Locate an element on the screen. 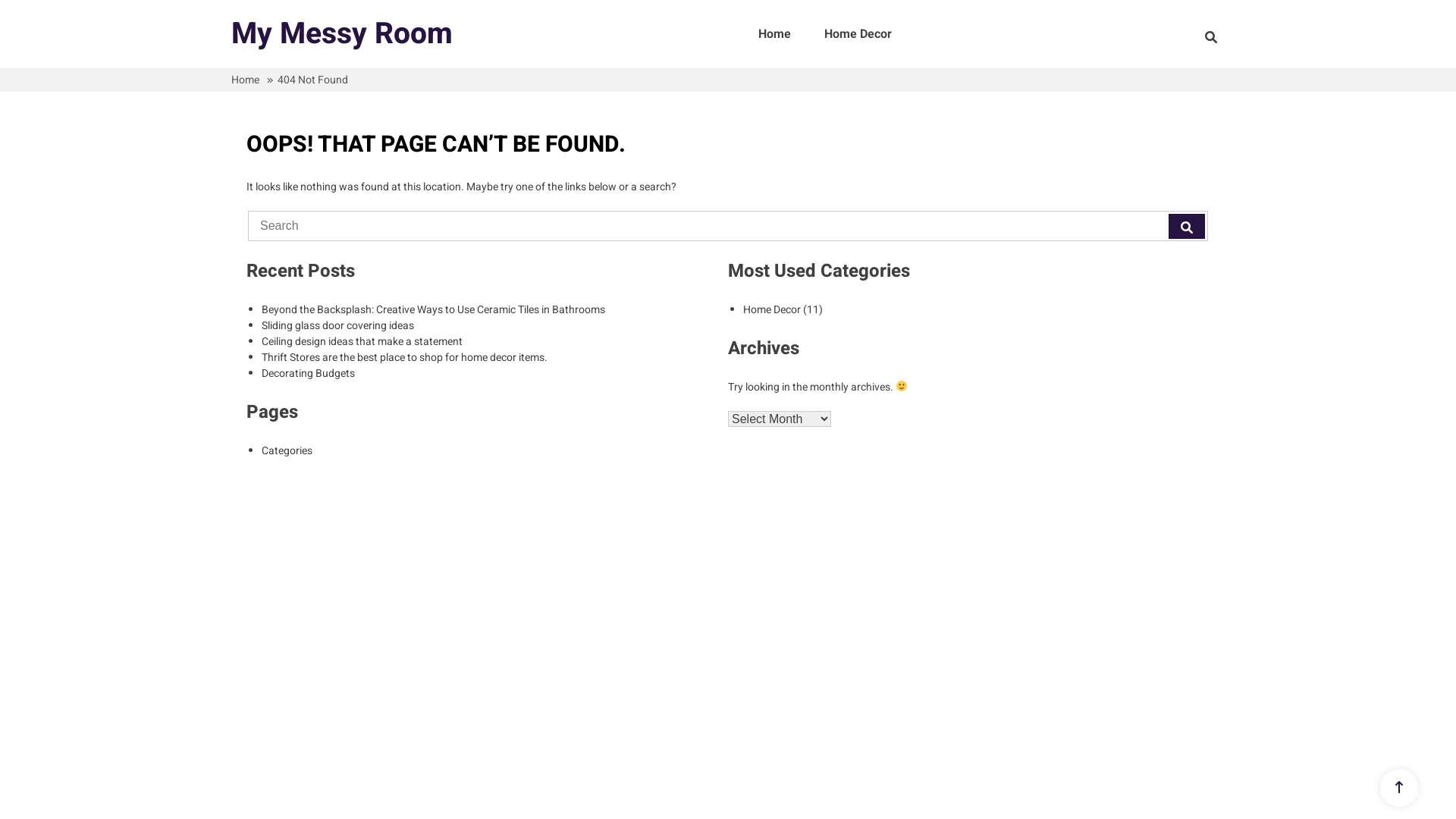  'Home' is located at coordinates (774, 34).